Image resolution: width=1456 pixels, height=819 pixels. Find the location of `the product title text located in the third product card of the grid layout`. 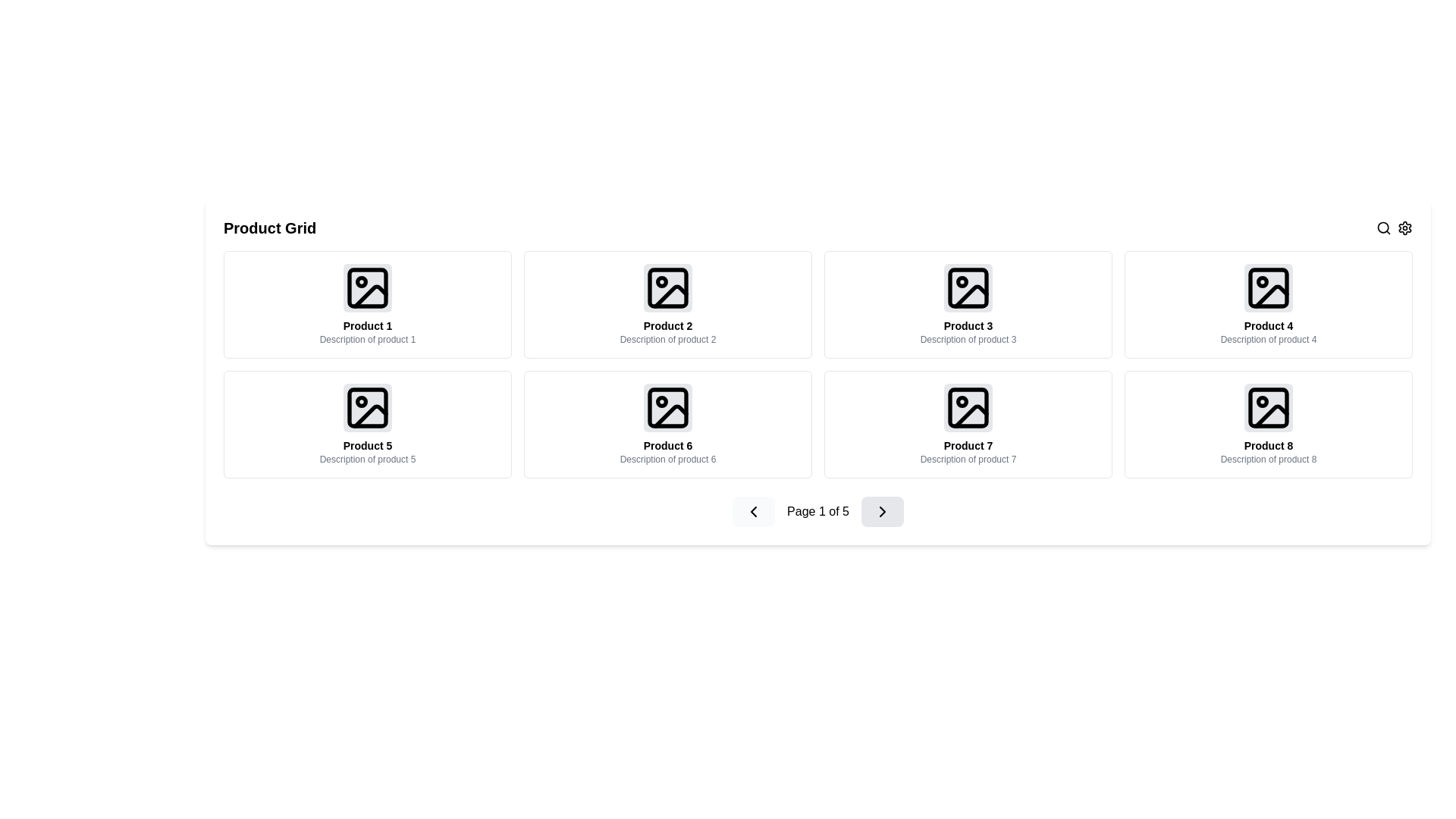

the product title text located in the third product card of the grid layout is located at coordinates (967, 325).